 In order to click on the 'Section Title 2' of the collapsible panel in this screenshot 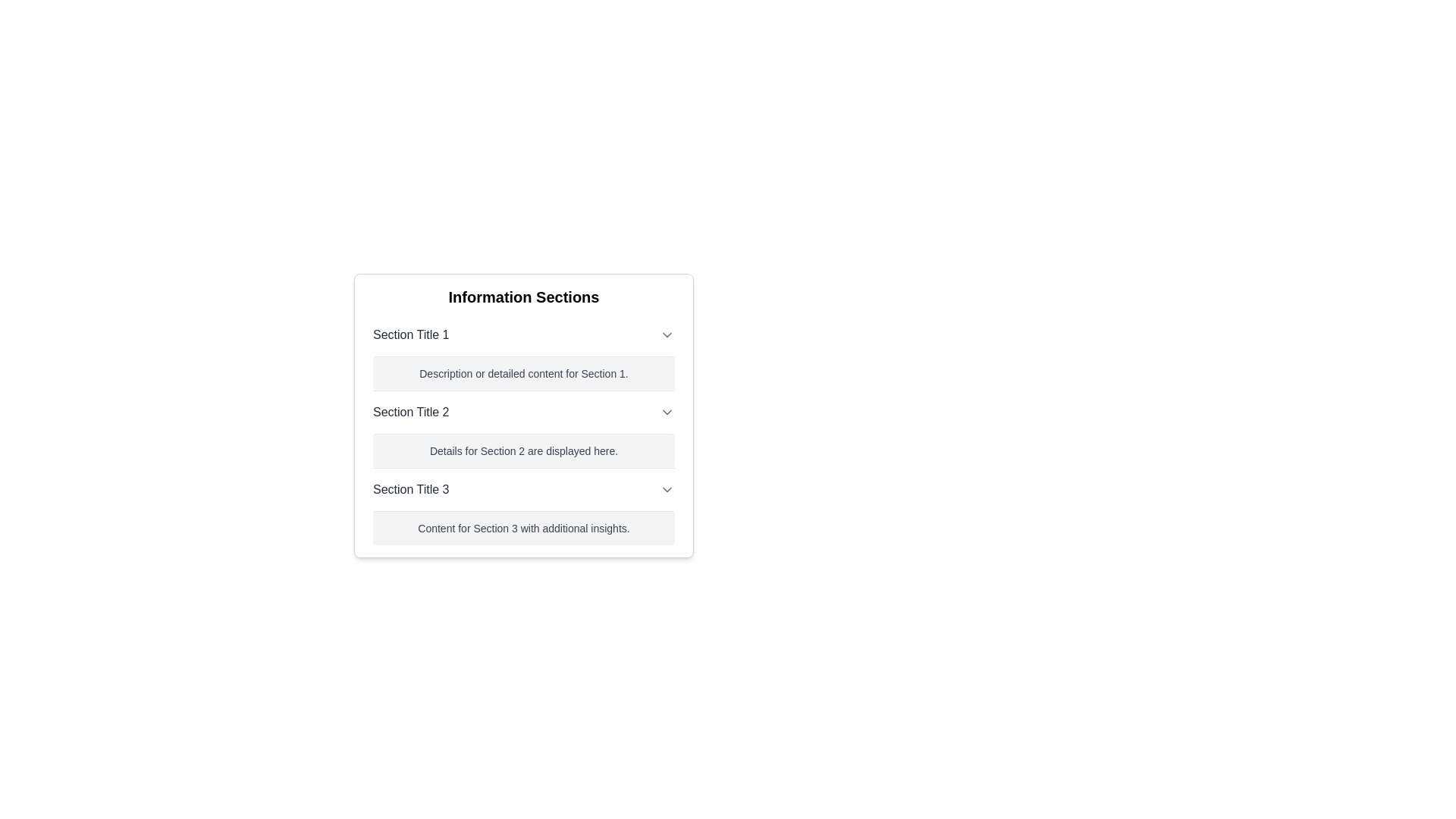, I will do `click(524, 429)`.